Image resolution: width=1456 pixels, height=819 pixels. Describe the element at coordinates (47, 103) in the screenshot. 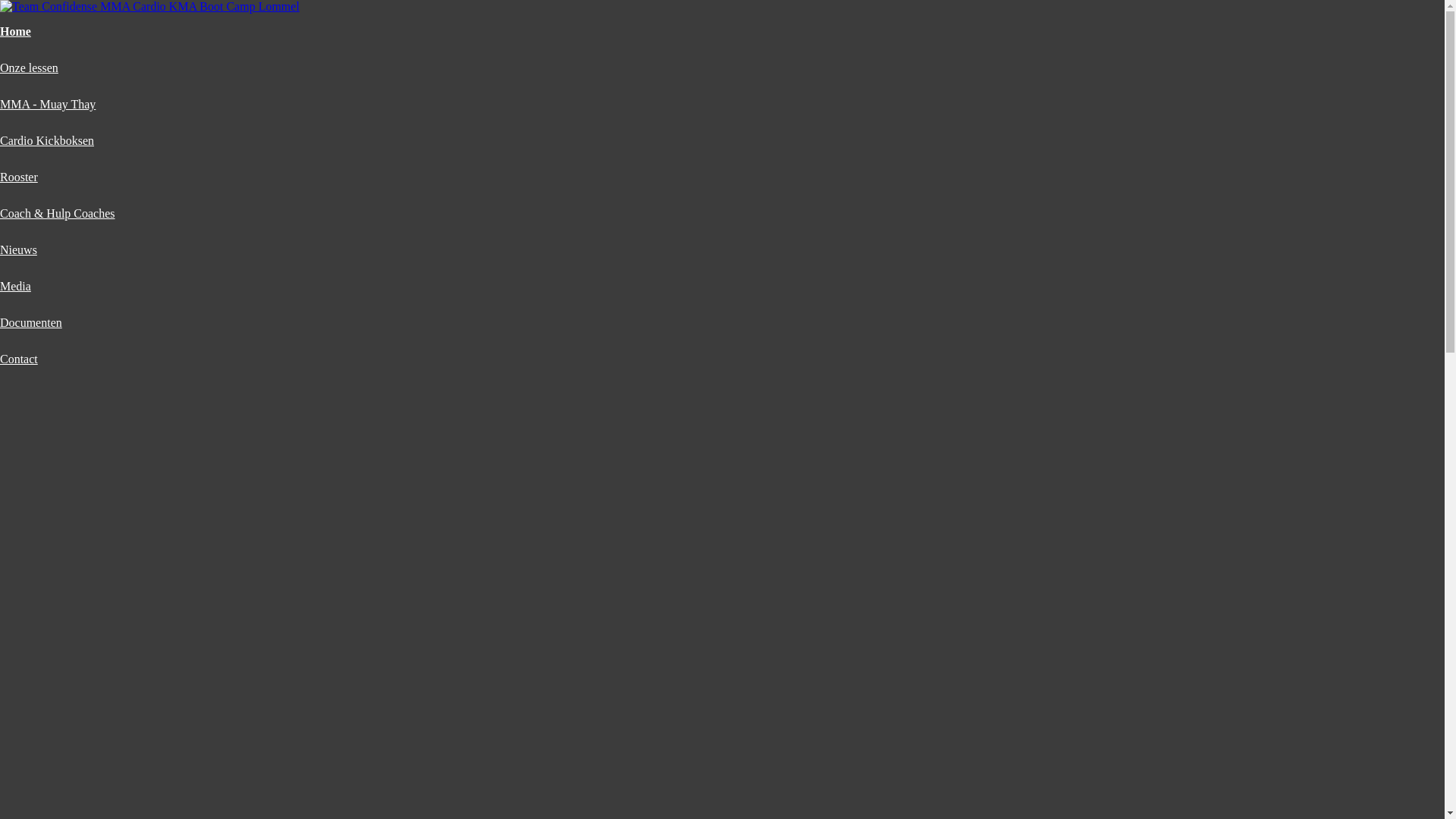

I see `'MMA - Muay Thay'` at that location.